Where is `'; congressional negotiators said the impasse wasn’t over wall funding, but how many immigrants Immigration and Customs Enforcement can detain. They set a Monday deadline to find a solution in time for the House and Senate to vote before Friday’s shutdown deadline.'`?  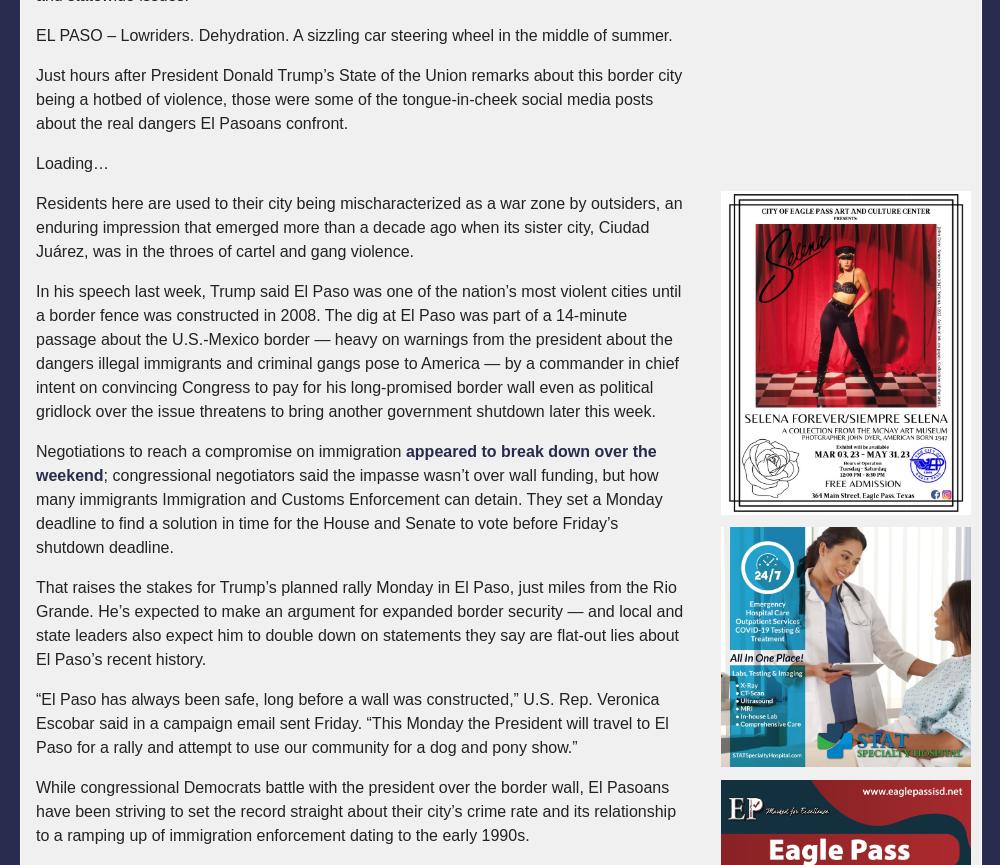 '; congressional negotiators said the impasse wasn’t over wall funding, but how many immigrants Immigration and Customs Enforcement can detain. They set a Monday deadline to find a solution in time for the House and Senate to vote before Friday’s shutdown deadline.' is located at coordinates (348, 510).